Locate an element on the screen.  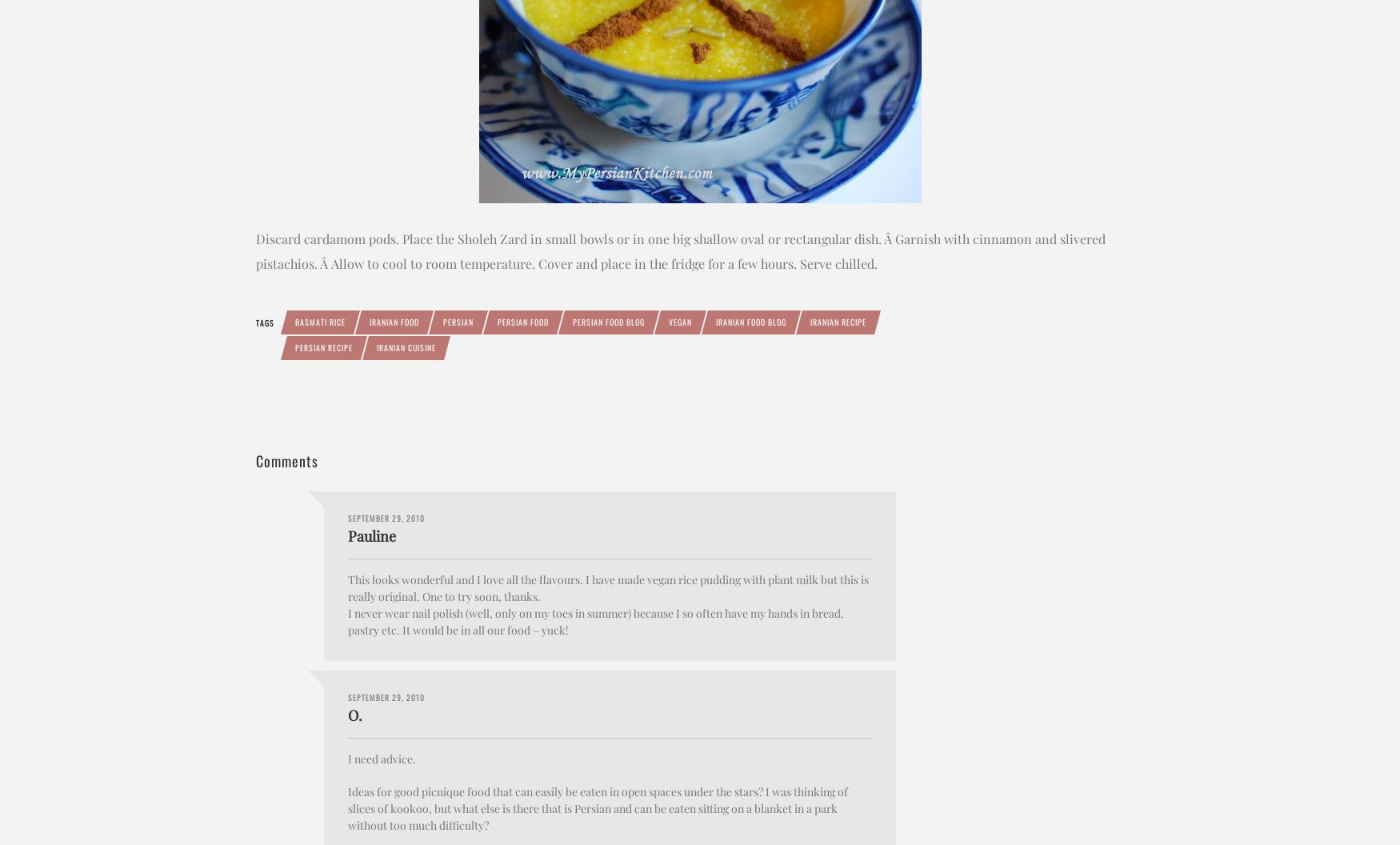
'Persian' is located at coordinates (442, 321).